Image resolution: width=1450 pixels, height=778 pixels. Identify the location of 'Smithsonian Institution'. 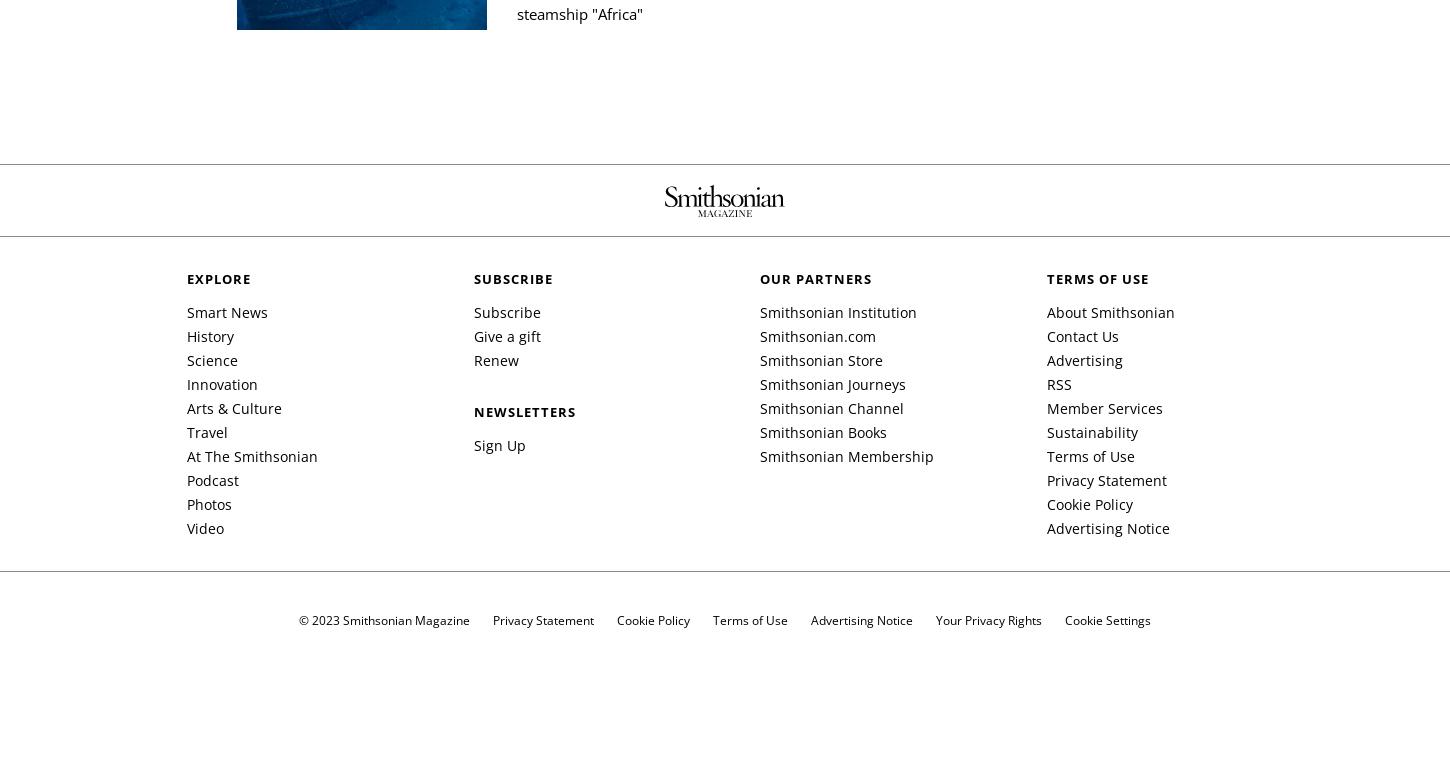
(838, 311).